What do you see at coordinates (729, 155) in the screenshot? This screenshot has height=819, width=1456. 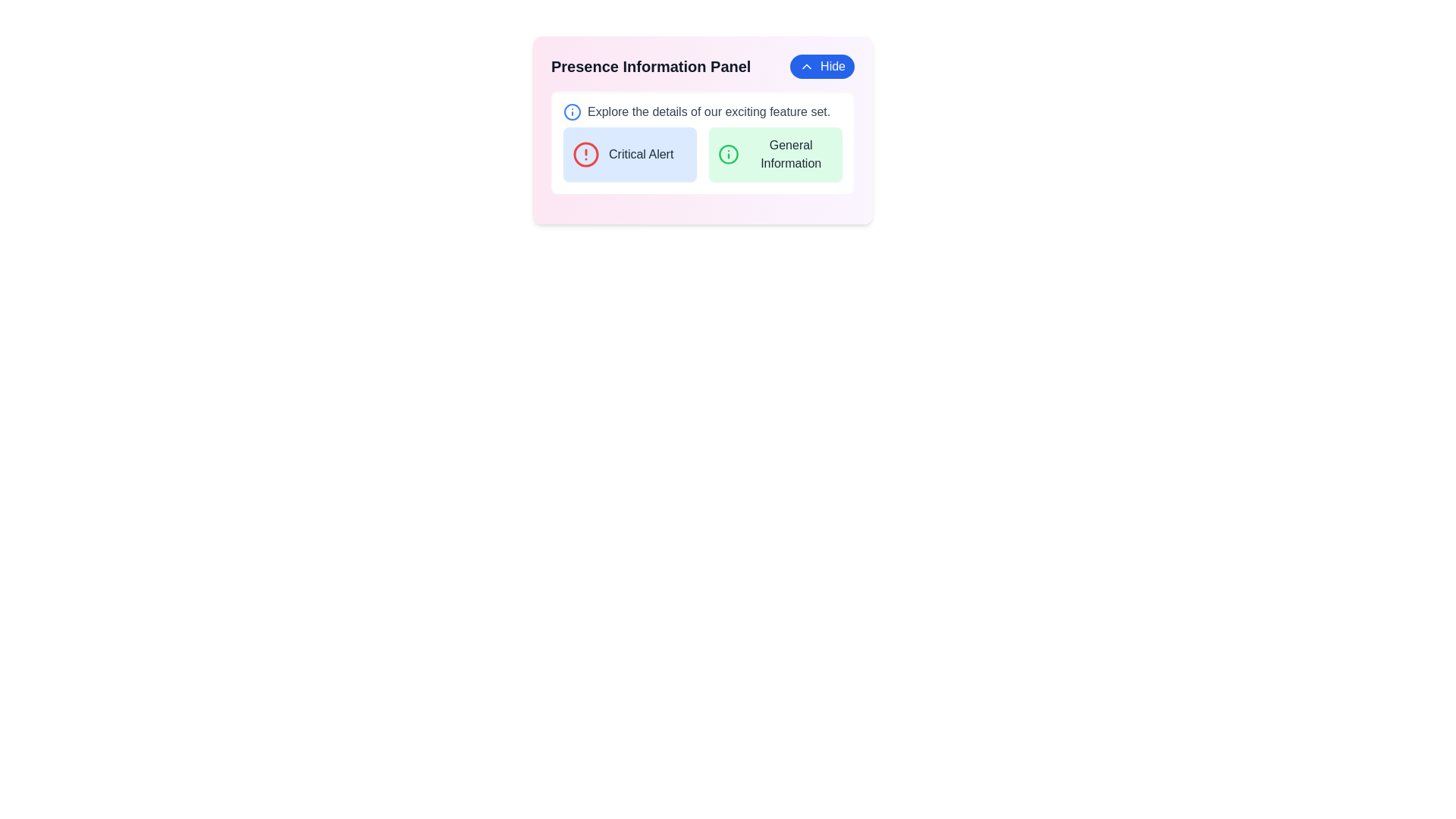 I see `the SVG circle element with a green outline and a white fill, located next to the 'Critical Alert' button in the 'General Information' panel` at bounding box center [729, 155].